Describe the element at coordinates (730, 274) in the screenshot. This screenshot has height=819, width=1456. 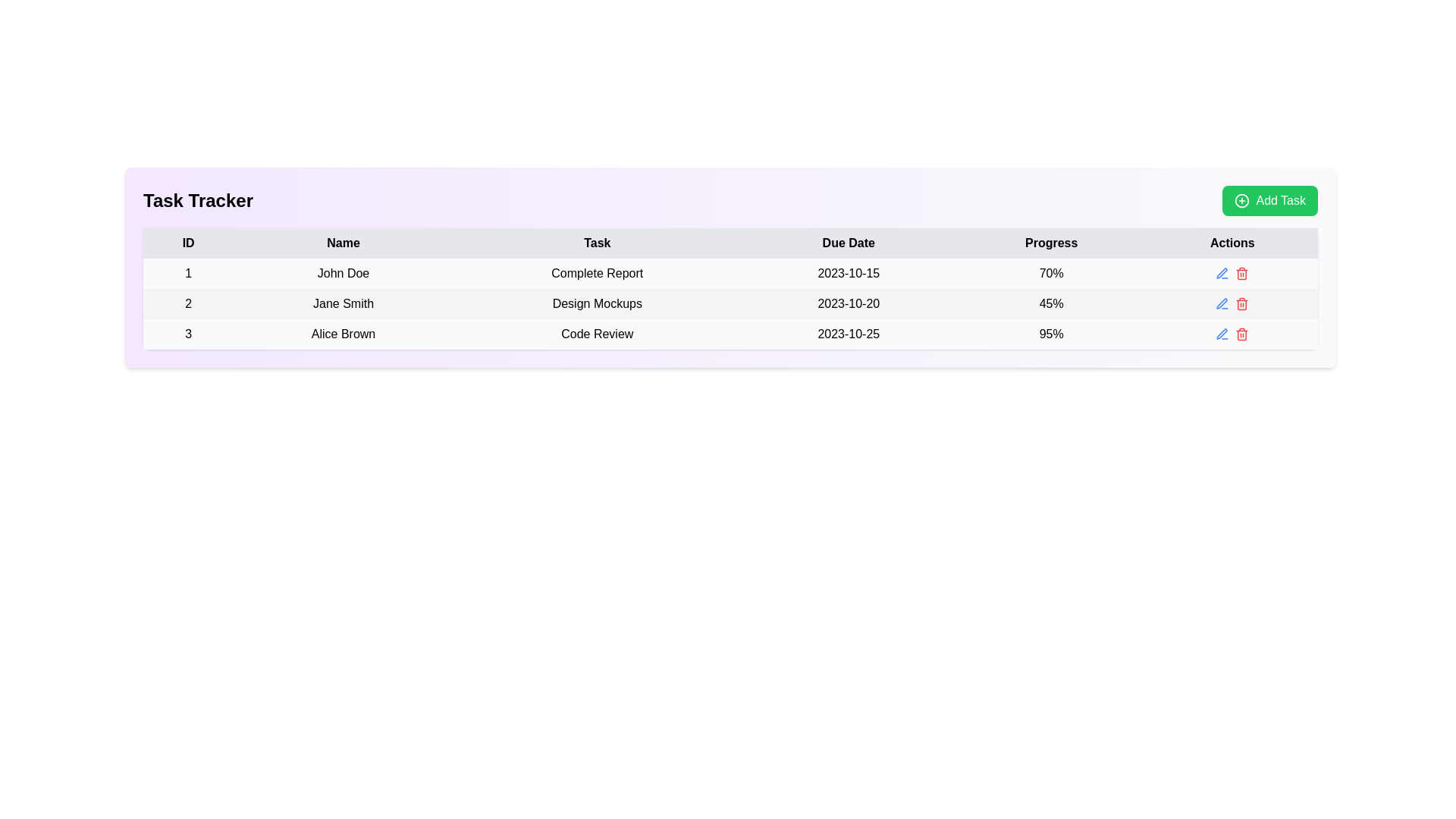
I see `the first row of the task tracker table containing ID '1', Name 'John Doe', Task 'Complete Report', Due Date '2023-10-15', and Progress '70%' to perform batch actions` at that location.